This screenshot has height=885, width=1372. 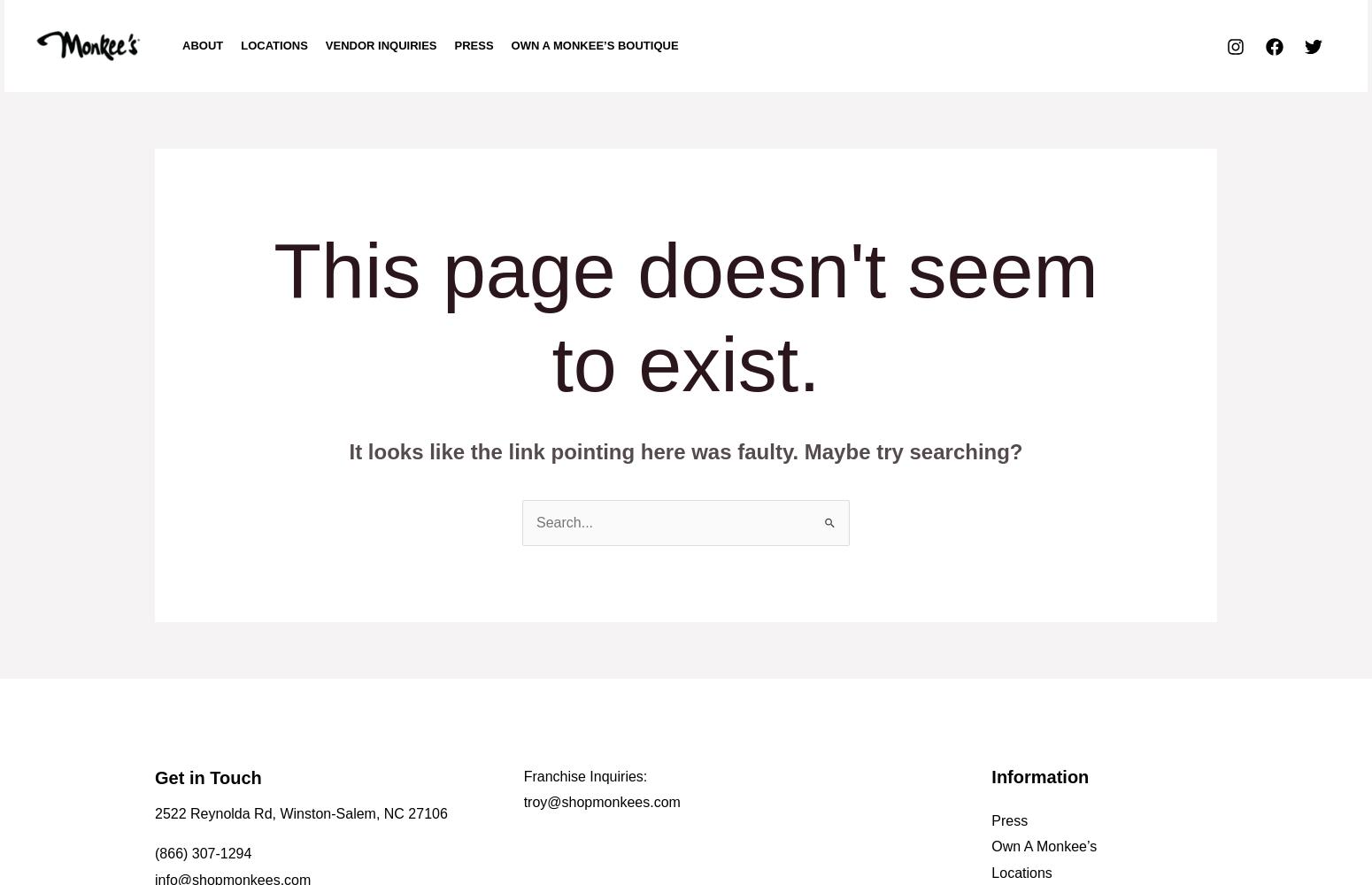 What do you see at coordinates (274, 45) in the screenshot?
I see `'LOCATIONS'` at bounding box center [274, 45].